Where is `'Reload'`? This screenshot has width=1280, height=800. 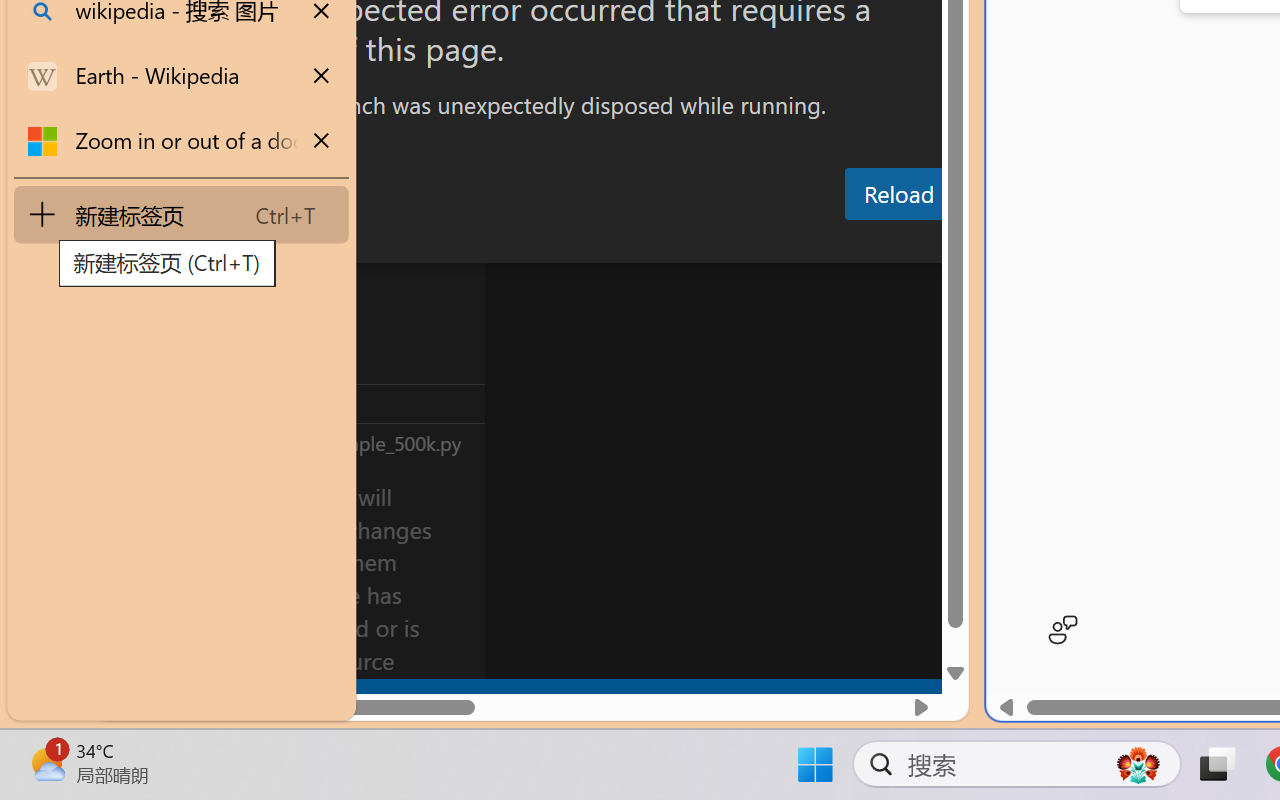
'Reload' is located at coordinates (897, 192).